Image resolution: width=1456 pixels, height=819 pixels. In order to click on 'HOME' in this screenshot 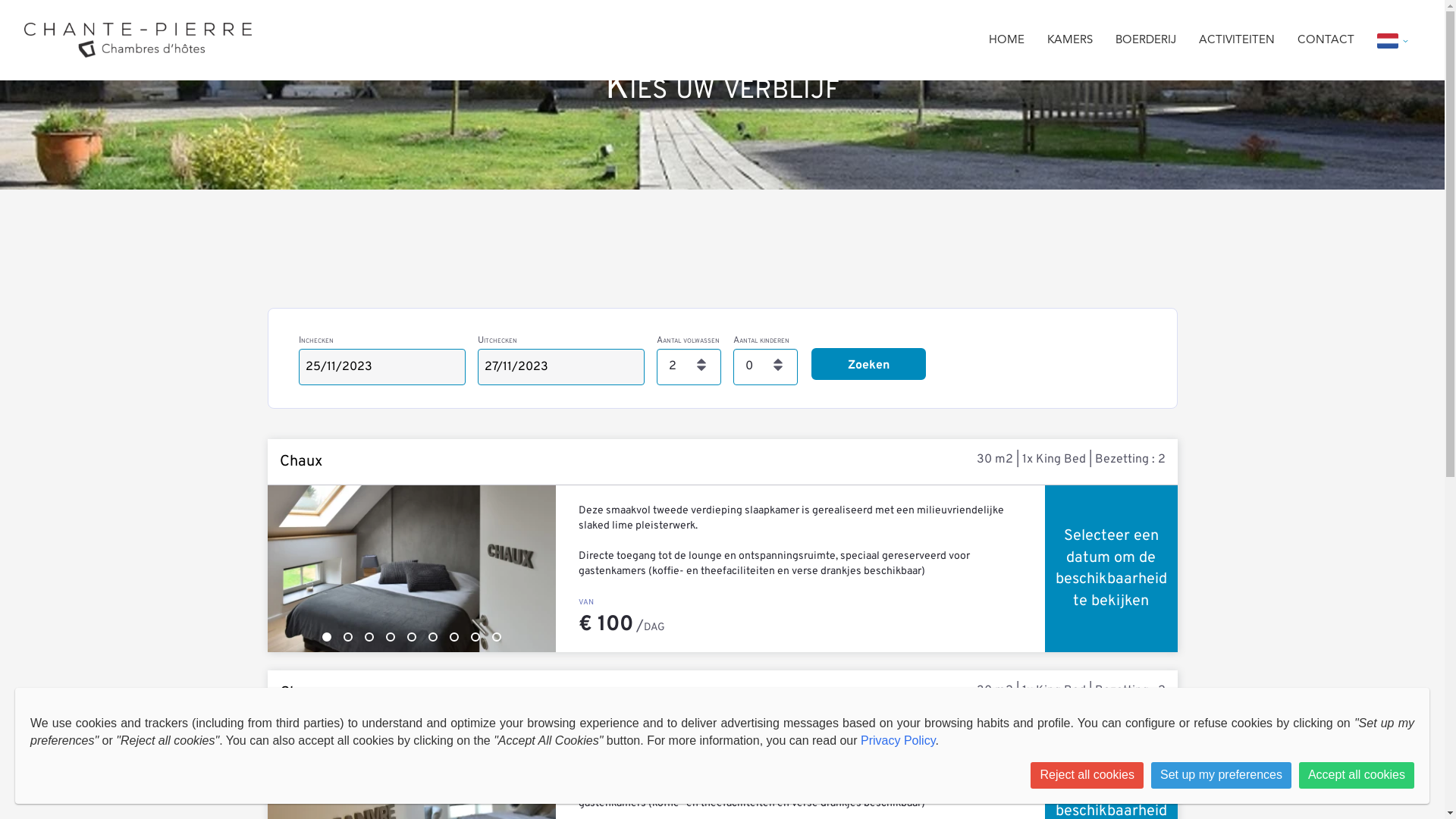, I will do `click(1006, 39)`.